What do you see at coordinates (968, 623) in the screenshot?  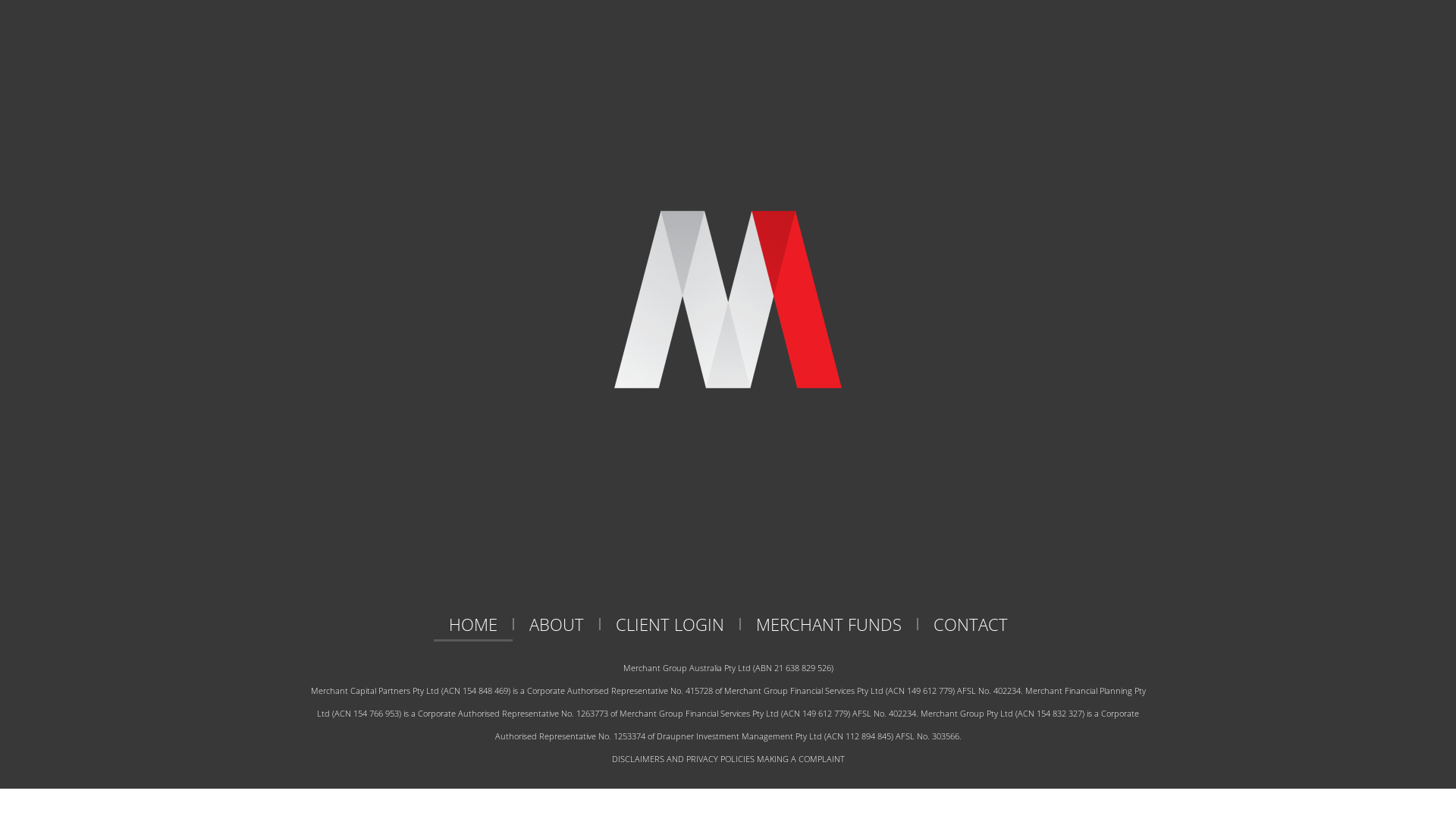 I see `'CONTACT'` at bounding box center [968, 623].